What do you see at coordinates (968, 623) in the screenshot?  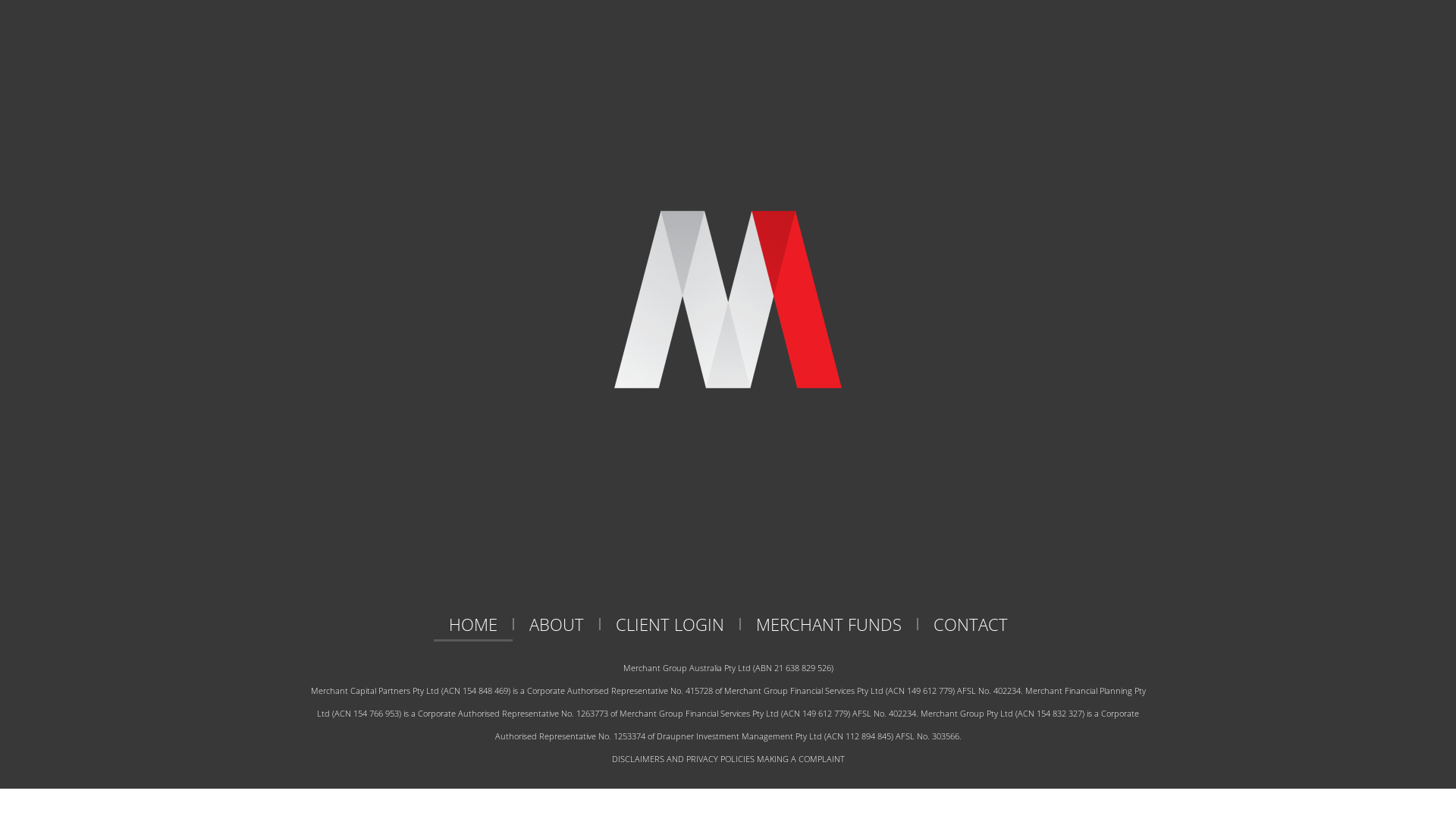 I see `'CONTACT'` at bounding box center [968, 623].